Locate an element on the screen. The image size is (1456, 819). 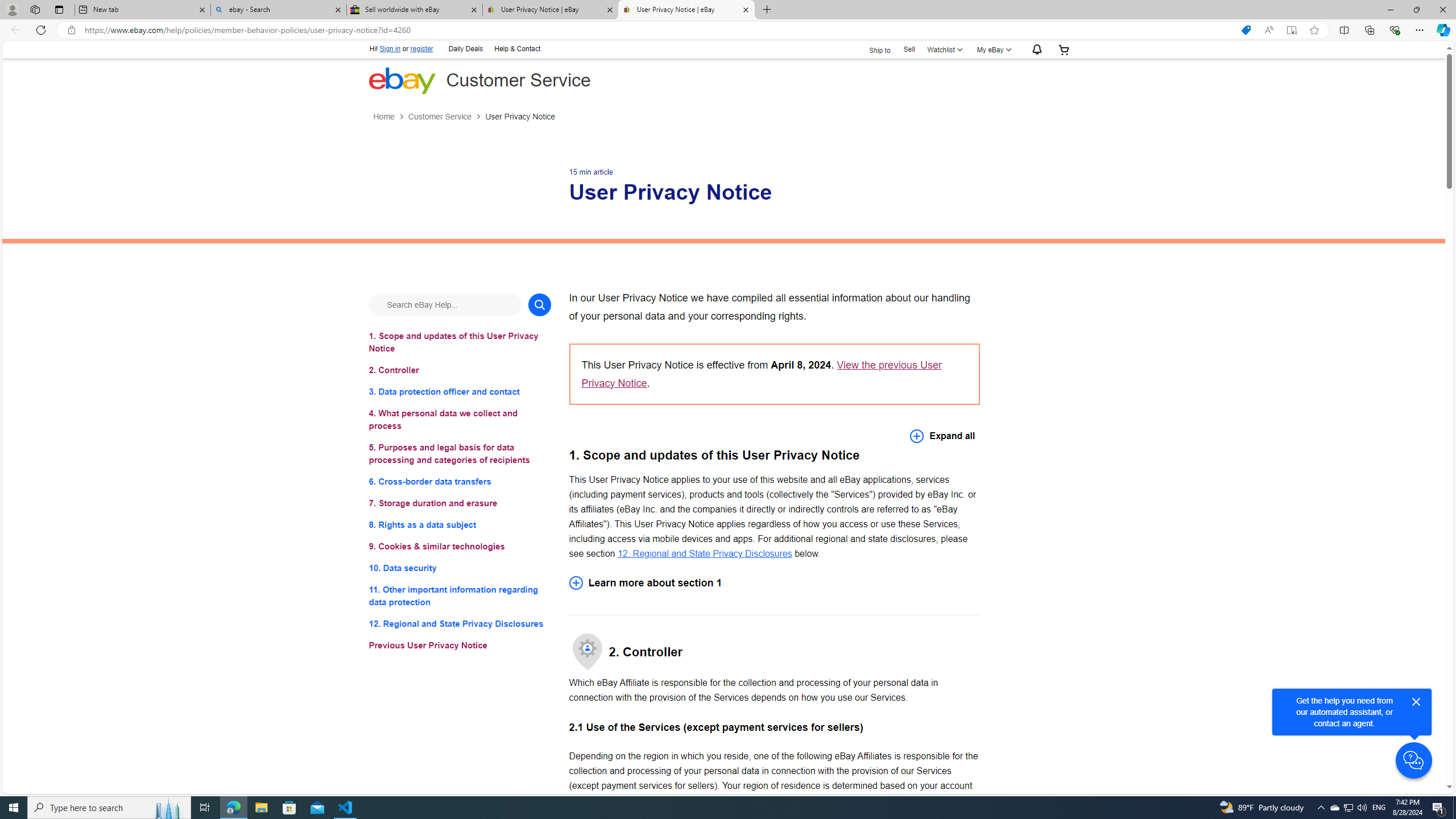
'8. Rights as a data subject' is located at coordinates (459, 524).